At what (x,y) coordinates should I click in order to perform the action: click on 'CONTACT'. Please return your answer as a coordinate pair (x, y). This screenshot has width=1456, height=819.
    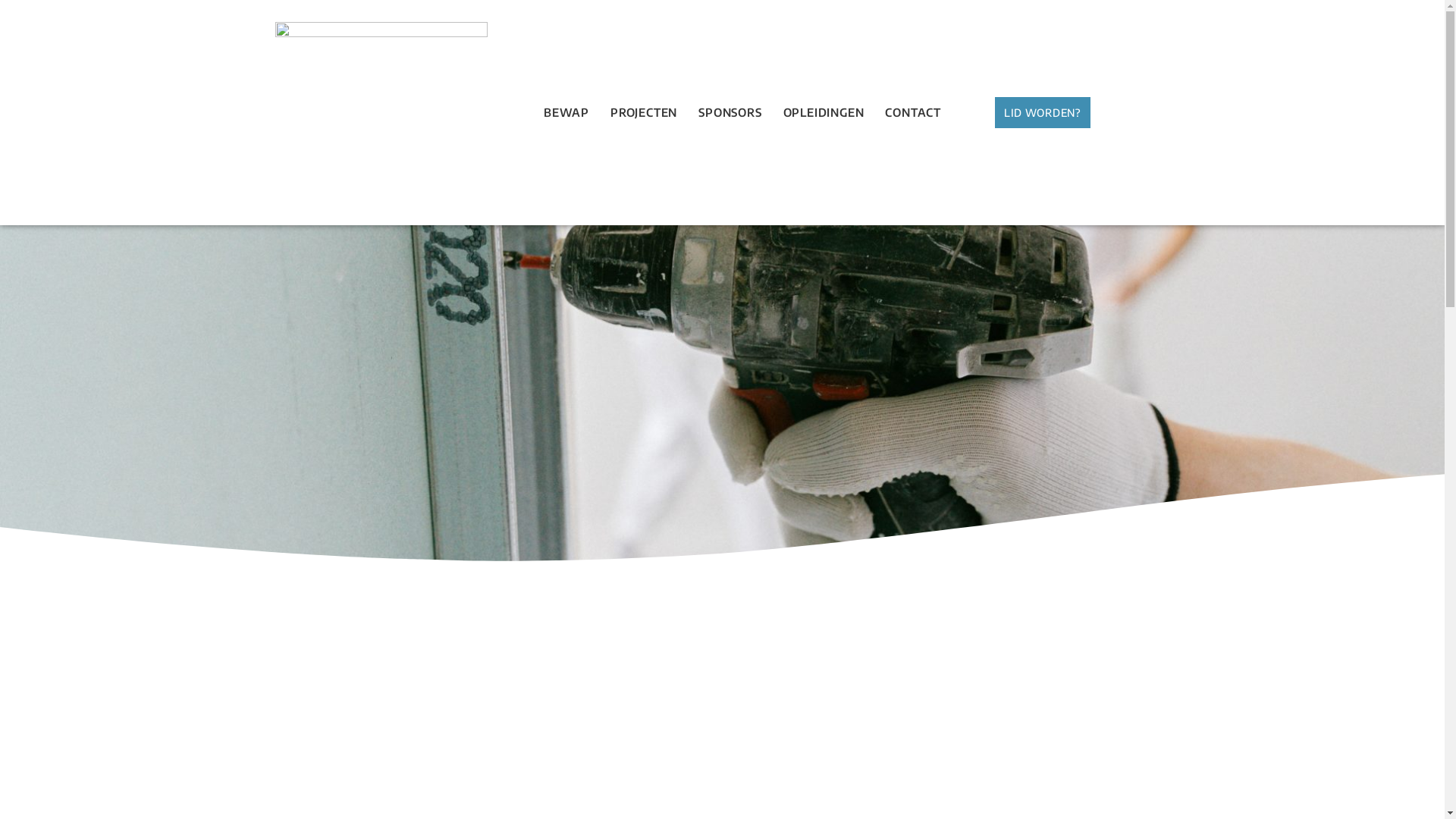
    Looking at the image, I should click on (874, 111).